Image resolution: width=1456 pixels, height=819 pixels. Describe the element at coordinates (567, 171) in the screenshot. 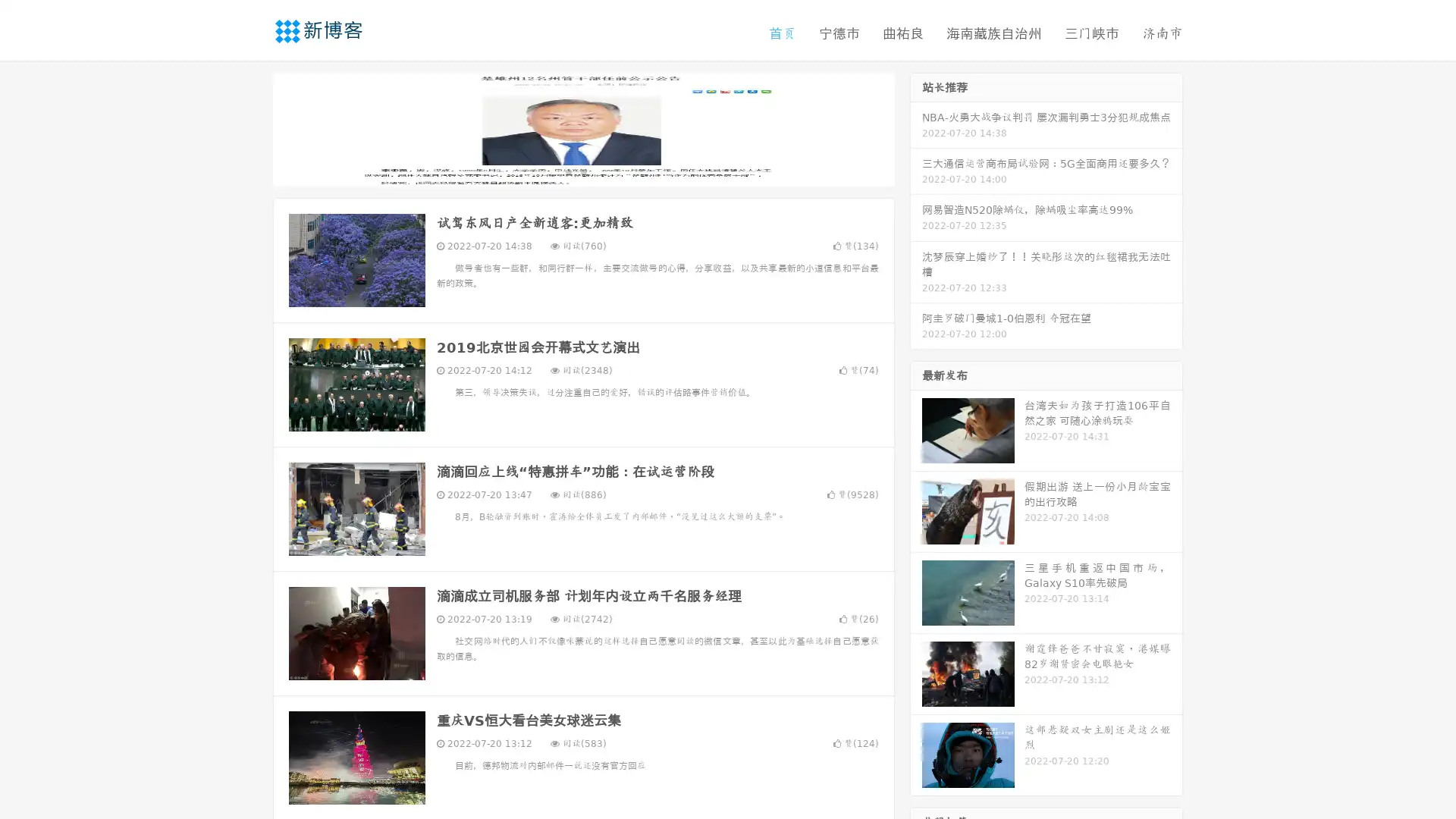

I see `Go to slide 1` at that location.